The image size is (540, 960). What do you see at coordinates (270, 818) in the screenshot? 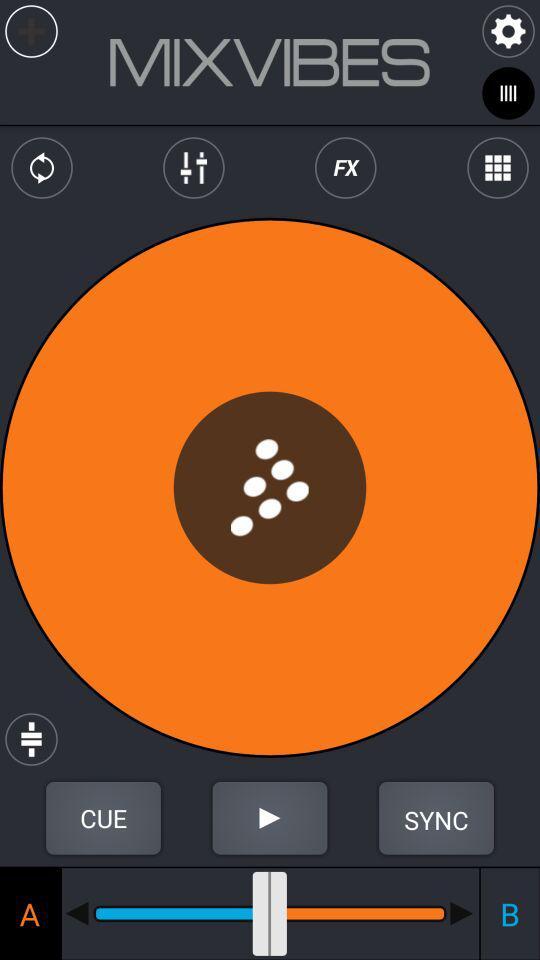
I see `the play icon` at bounding box center [270, 818].